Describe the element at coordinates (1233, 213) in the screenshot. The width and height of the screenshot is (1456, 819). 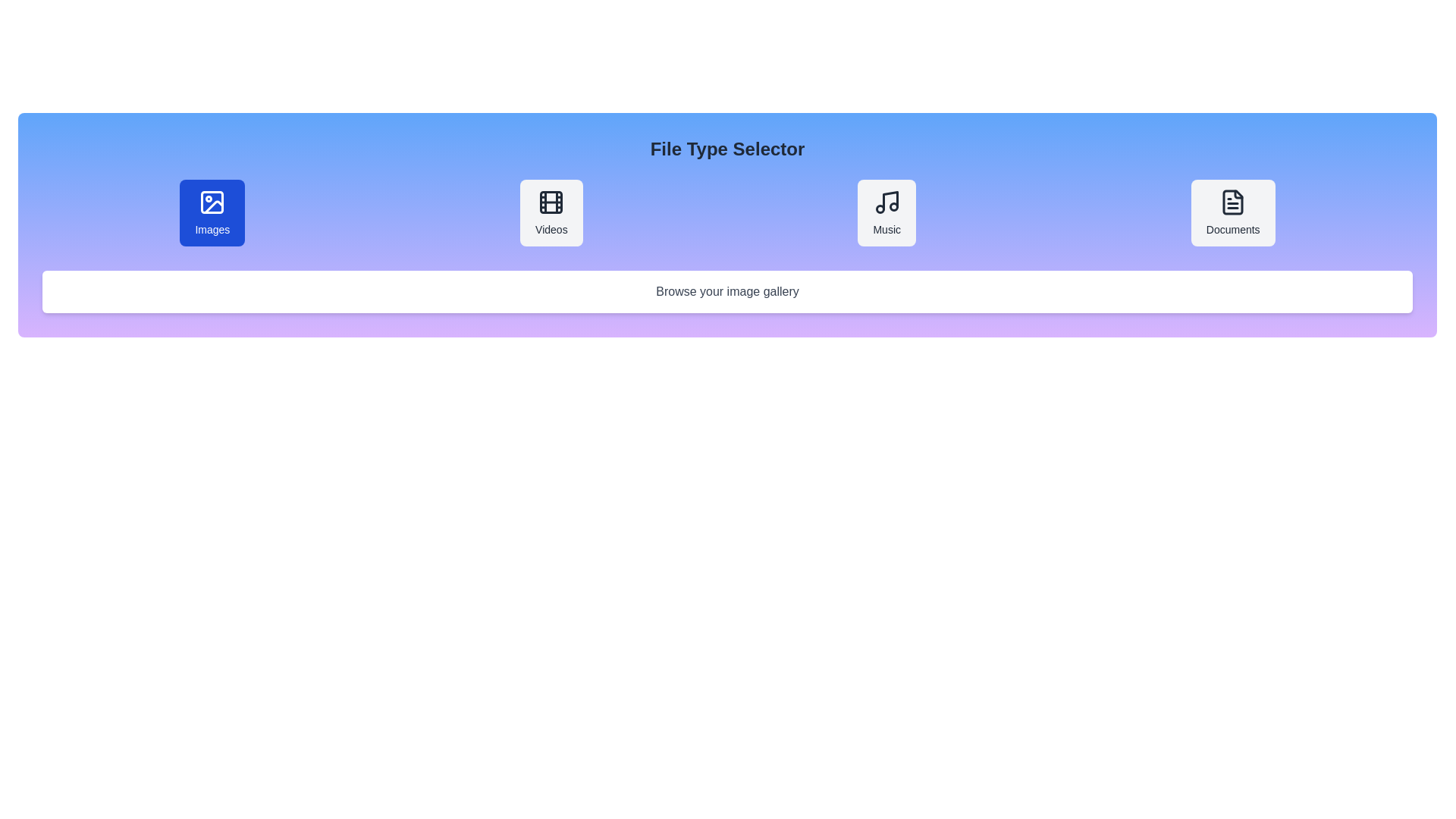
I see `the button corresponding to the file type Documents` at that location.